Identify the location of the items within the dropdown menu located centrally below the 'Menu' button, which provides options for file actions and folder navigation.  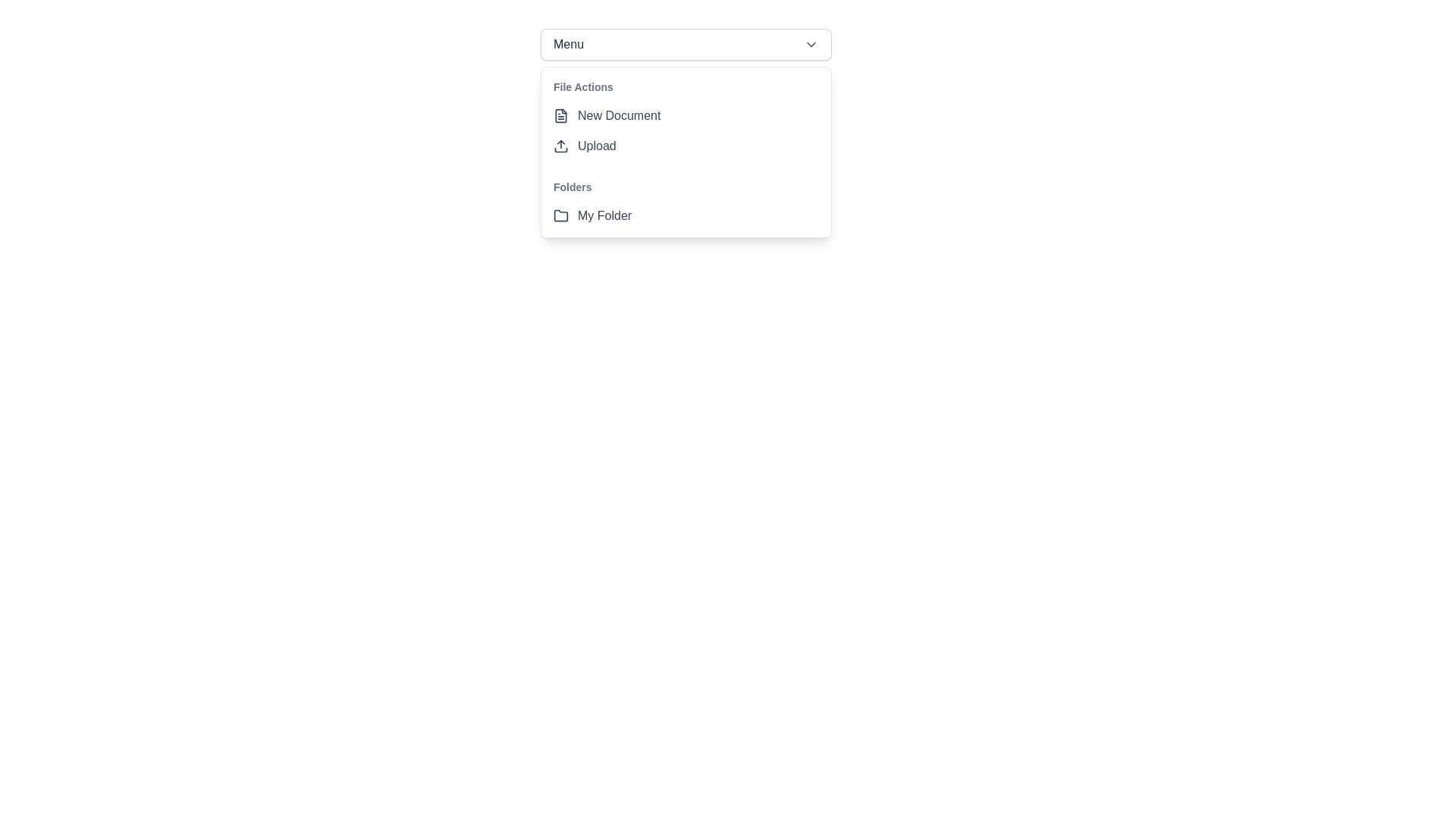
(686, 152).